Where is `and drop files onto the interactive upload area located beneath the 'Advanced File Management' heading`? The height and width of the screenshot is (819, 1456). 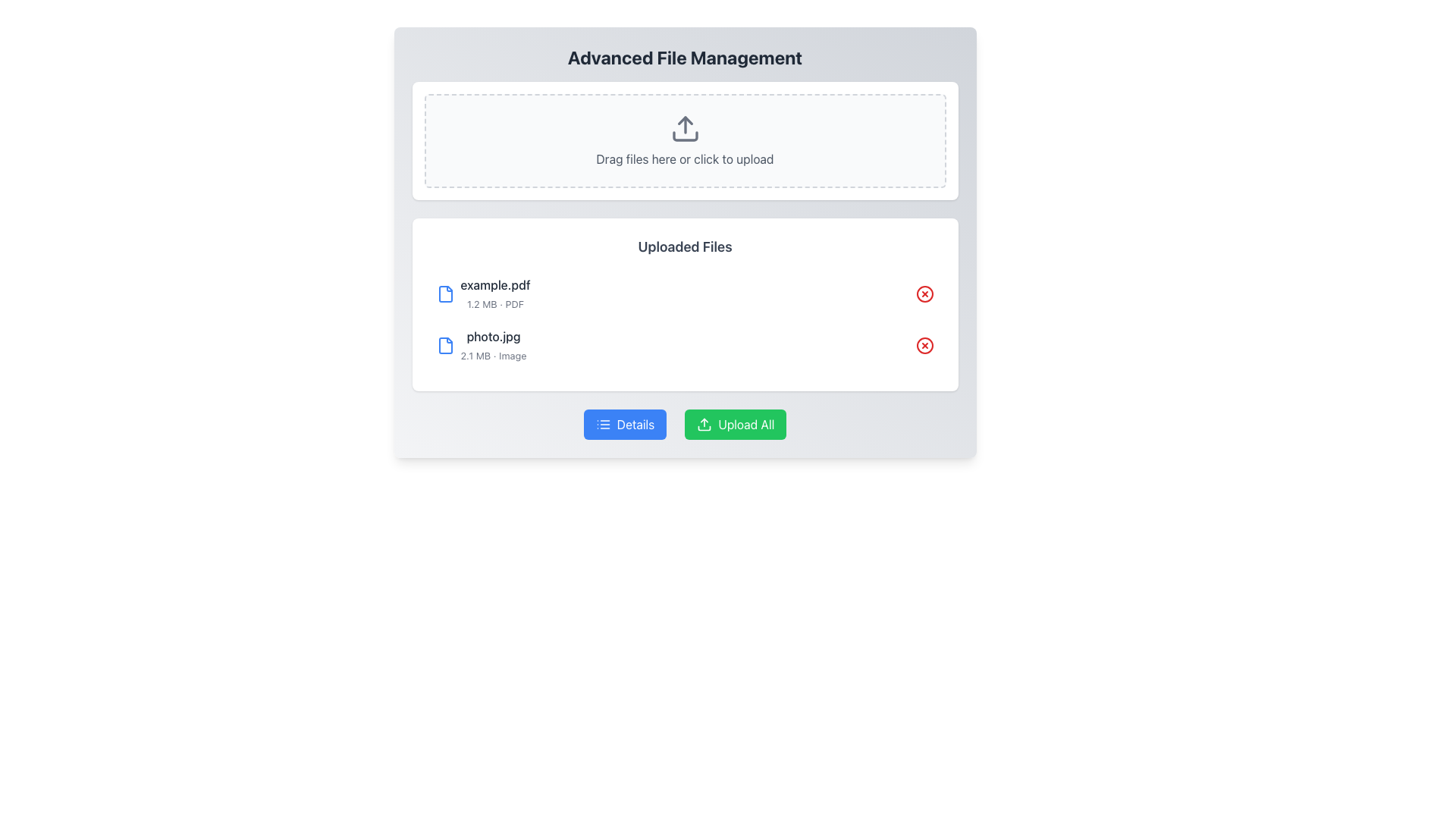
and drop files onto the interactive upload area located beneath the 'Advanced File Management' heading is located at coordinates (684, 140).